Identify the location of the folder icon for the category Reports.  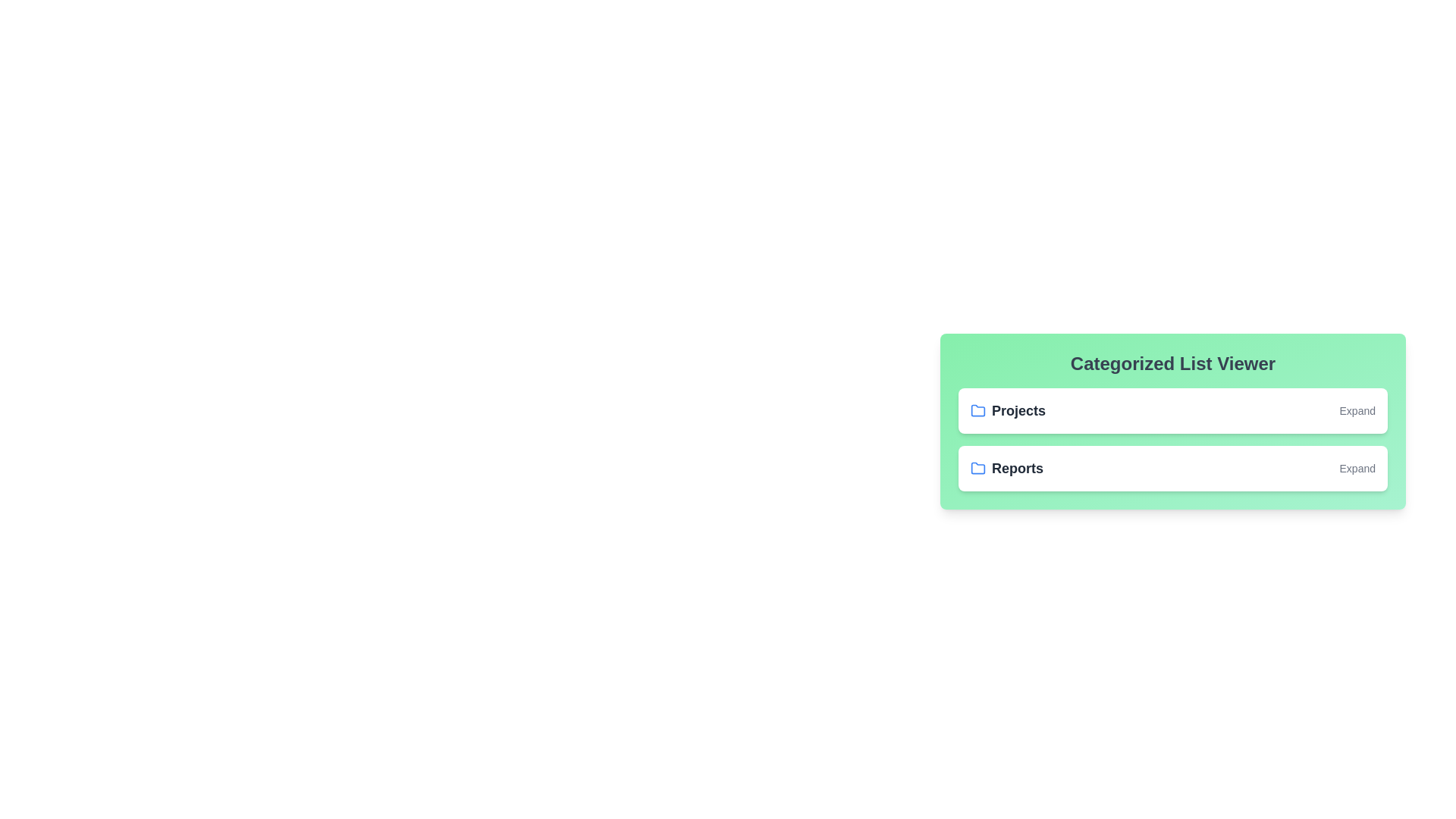
(978, 467).